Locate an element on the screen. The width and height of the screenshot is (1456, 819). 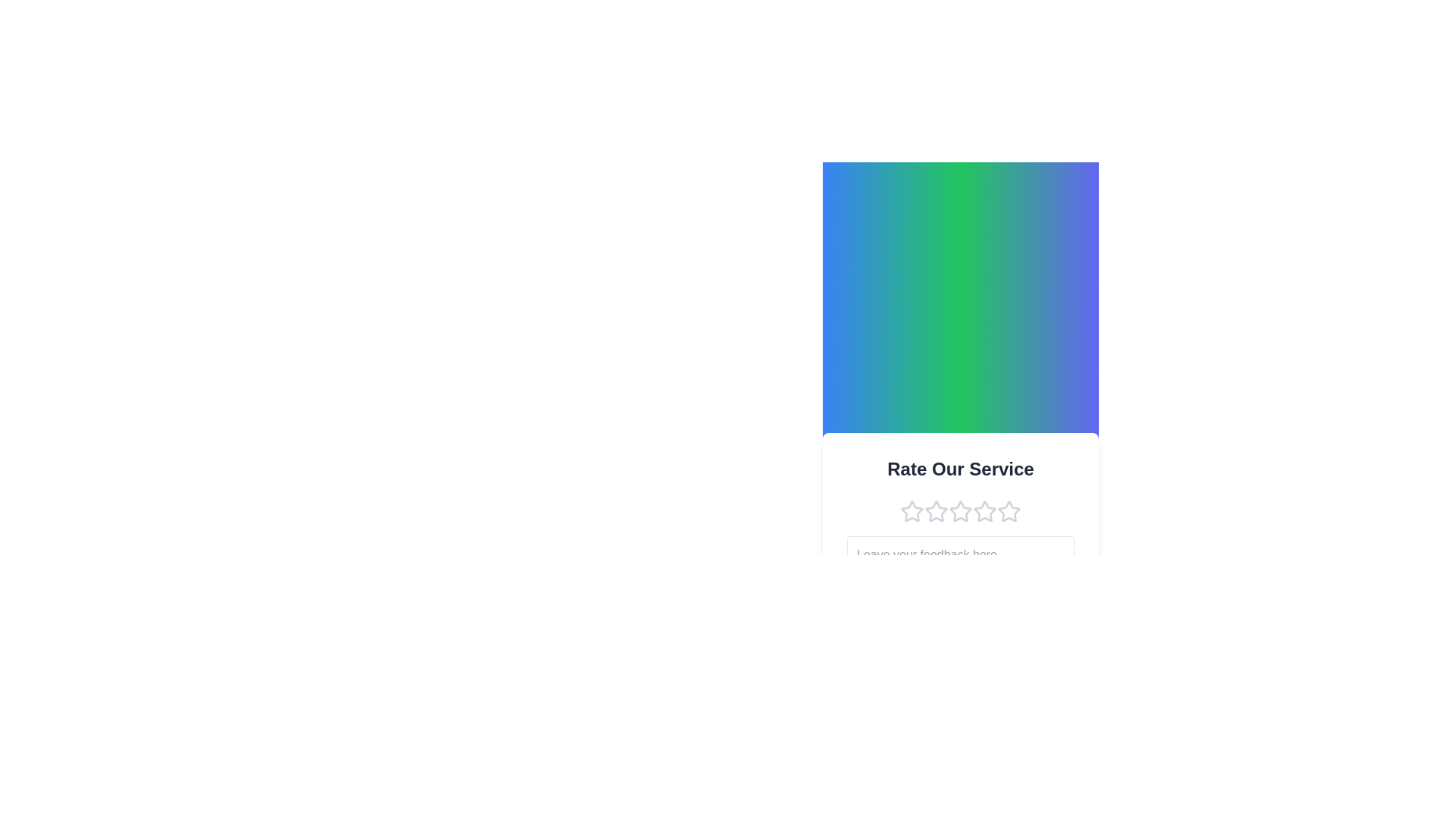
the third hollow star icon to provide a 3-star rating in the rating control below the 'Rate Our Service' heading is located at coordinates (960, 511).